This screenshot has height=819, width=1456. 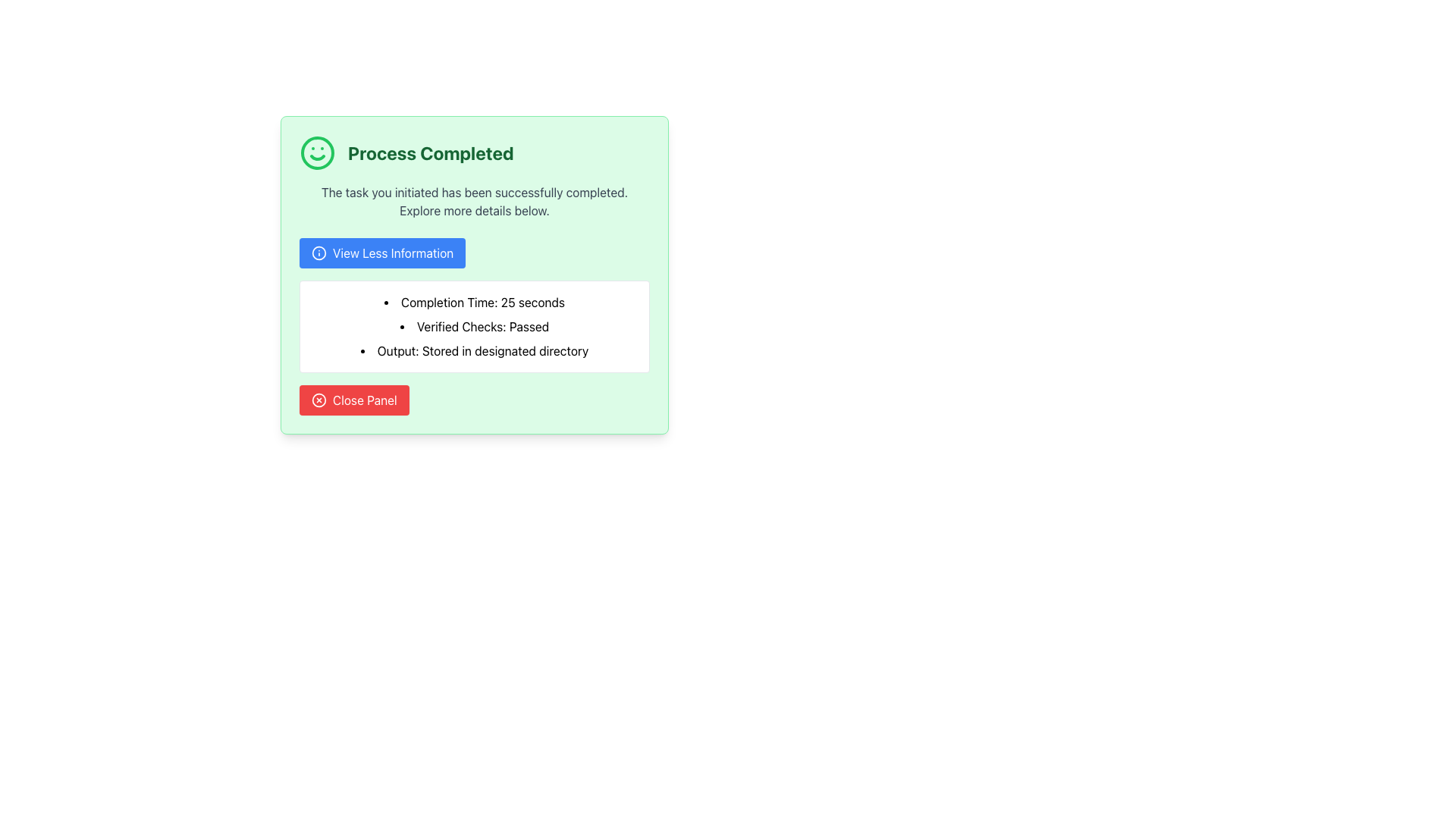 I want to click on the icon positioned at the beginning of the 'Close Panel' button, which visually complements the button's function as a close or dismiss action, so click(x=318, y=400).